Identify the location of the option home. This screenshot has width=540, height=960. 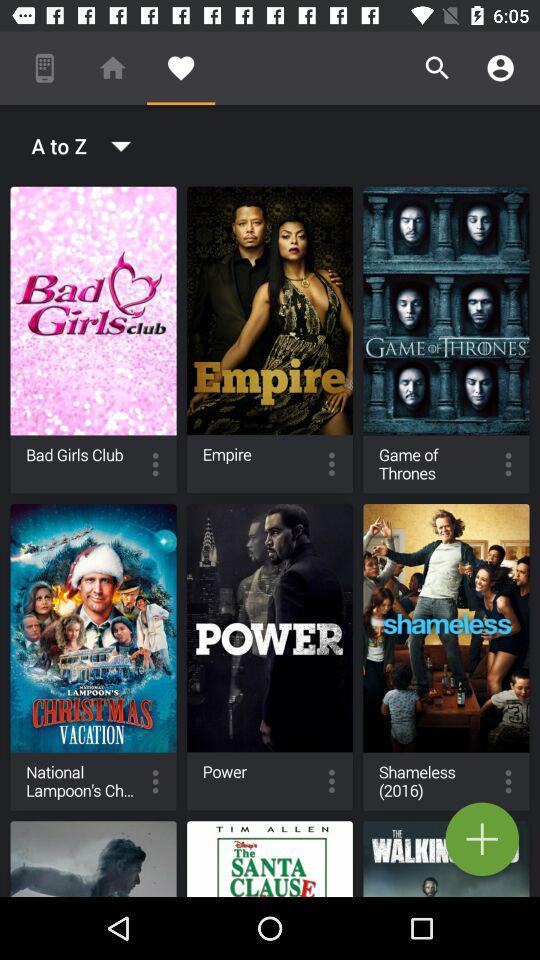
(113, 68).